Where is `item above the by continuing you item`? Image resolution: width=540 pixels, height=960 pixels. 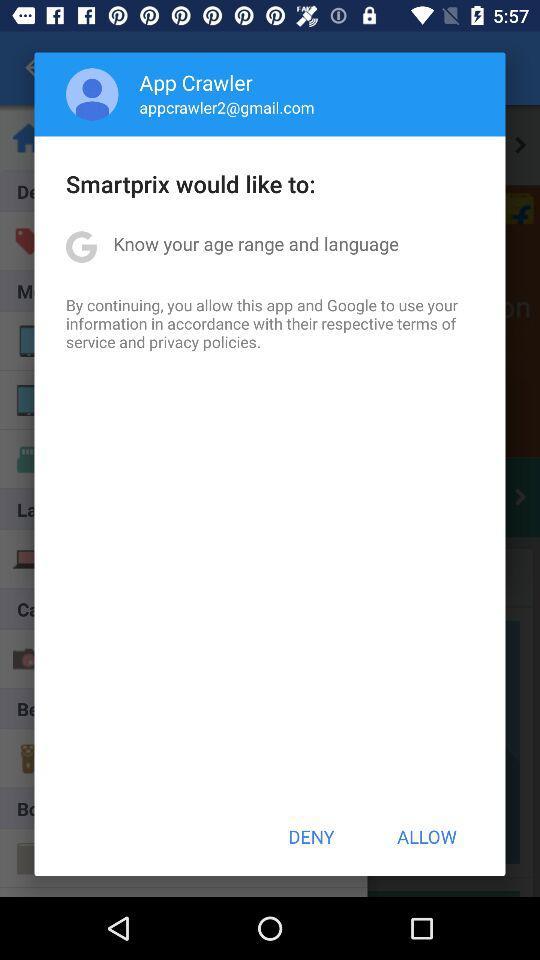
item above the by continuing you item is located at coordinates (256, 242).